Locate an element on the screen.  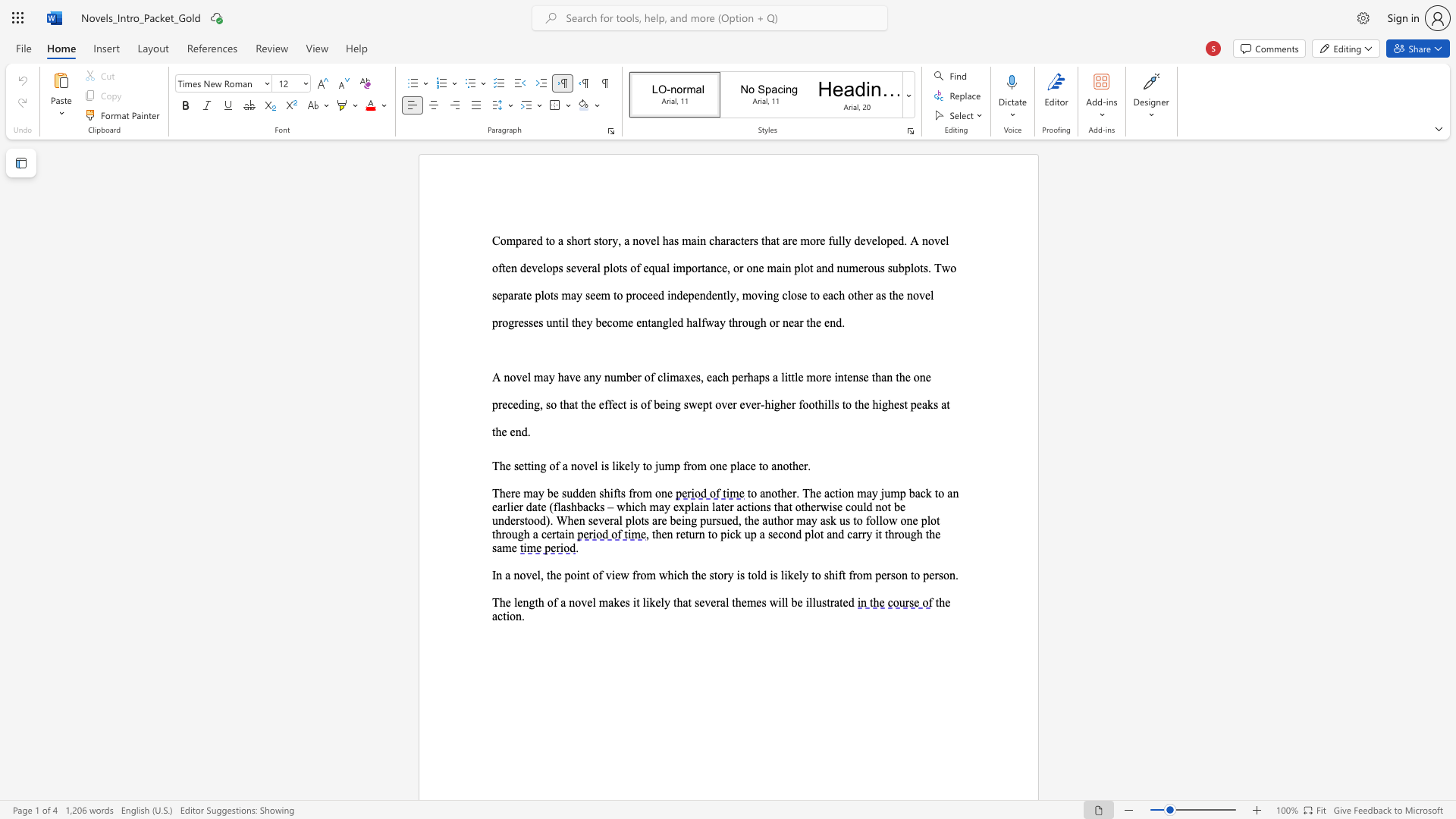
the subset text "e place to anoth" within the text "The setting of a novel is likely to jump from one place to another." is located at coordinates (721, 465).